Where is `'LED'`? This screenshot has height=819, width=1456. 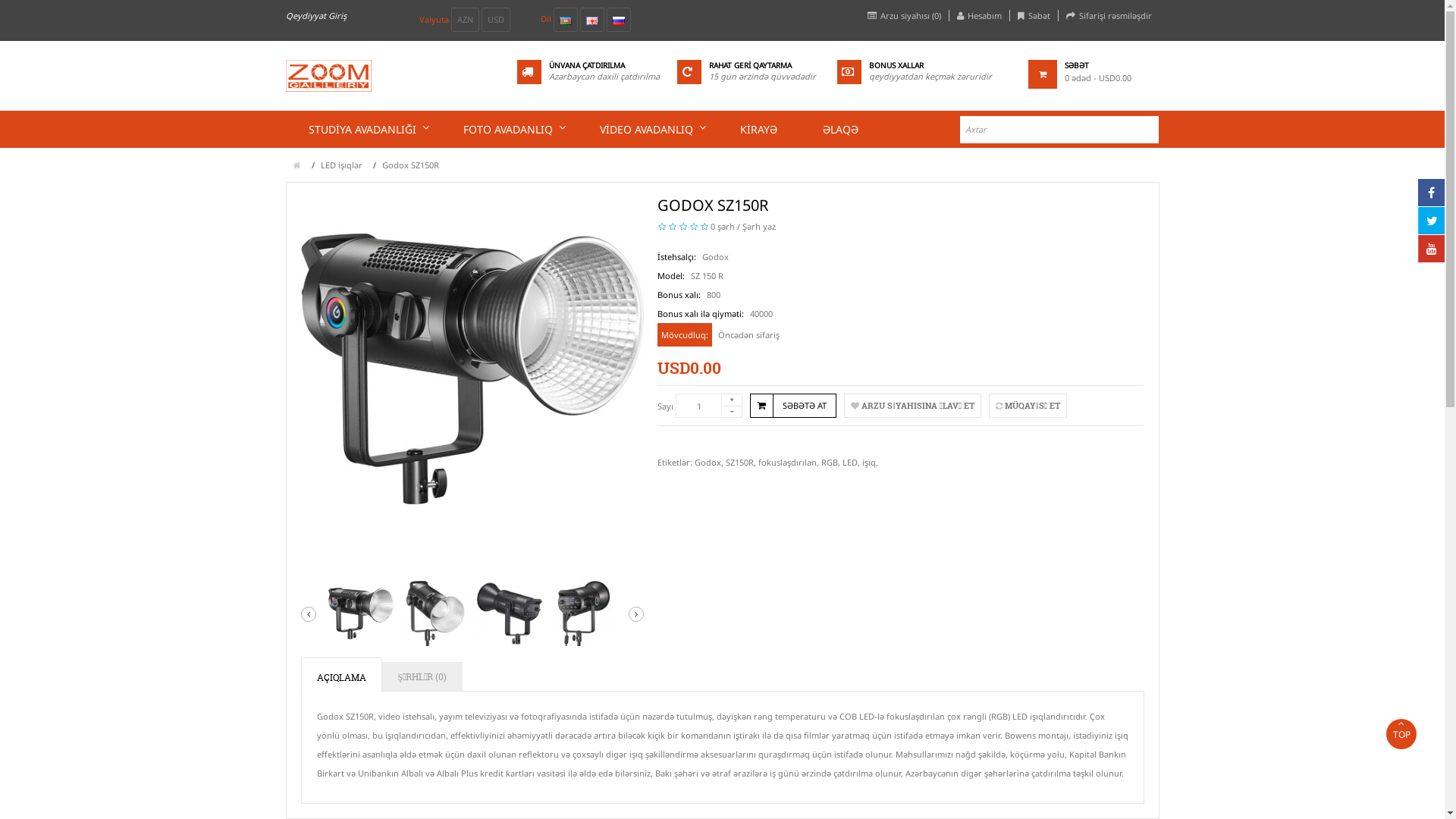
'LED' is located at coordinates (850, 461).